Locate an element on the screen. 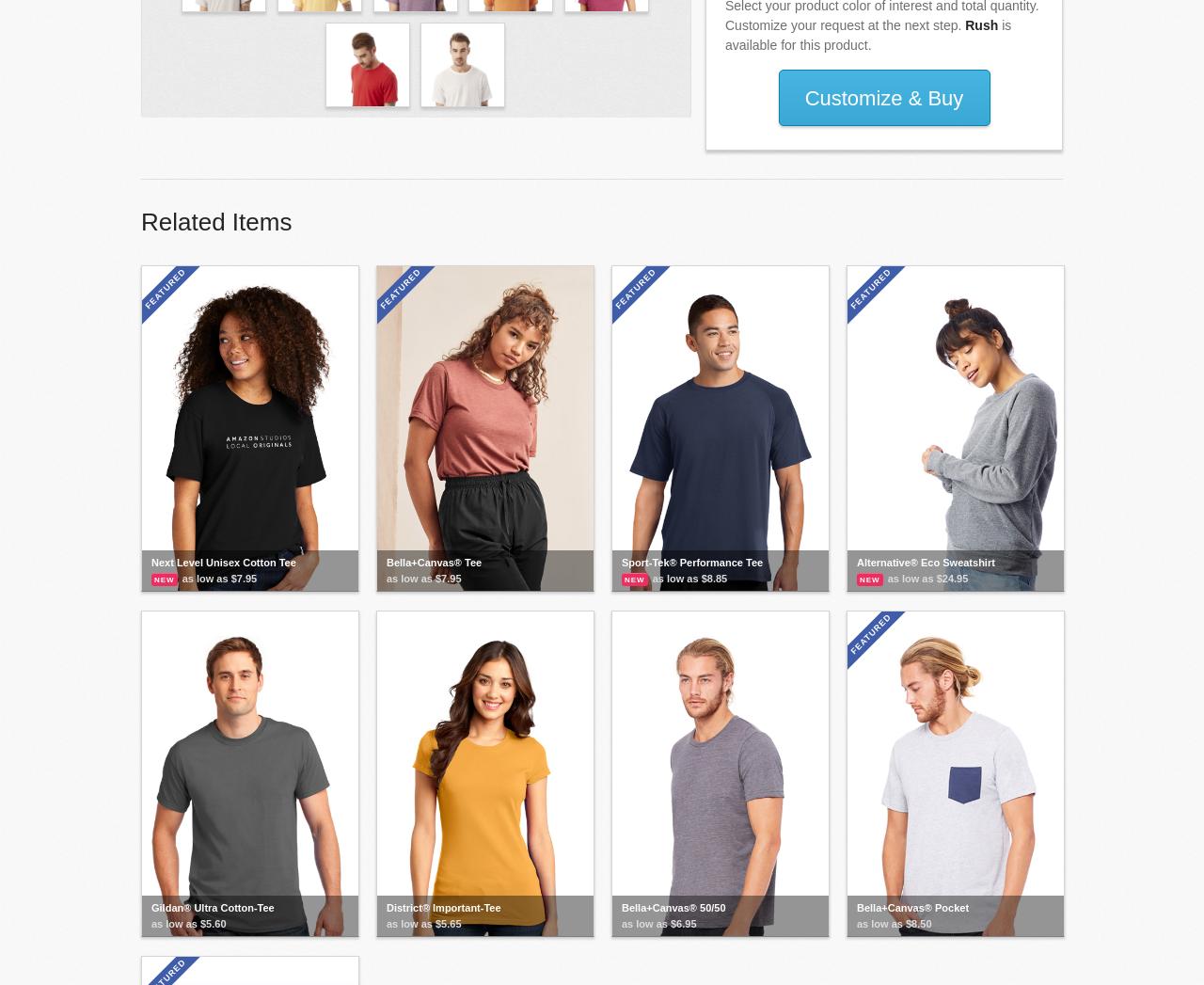 The height and width of the screenshot is (985, 1204). 'Related Items' is located at coordinates (140, 220).